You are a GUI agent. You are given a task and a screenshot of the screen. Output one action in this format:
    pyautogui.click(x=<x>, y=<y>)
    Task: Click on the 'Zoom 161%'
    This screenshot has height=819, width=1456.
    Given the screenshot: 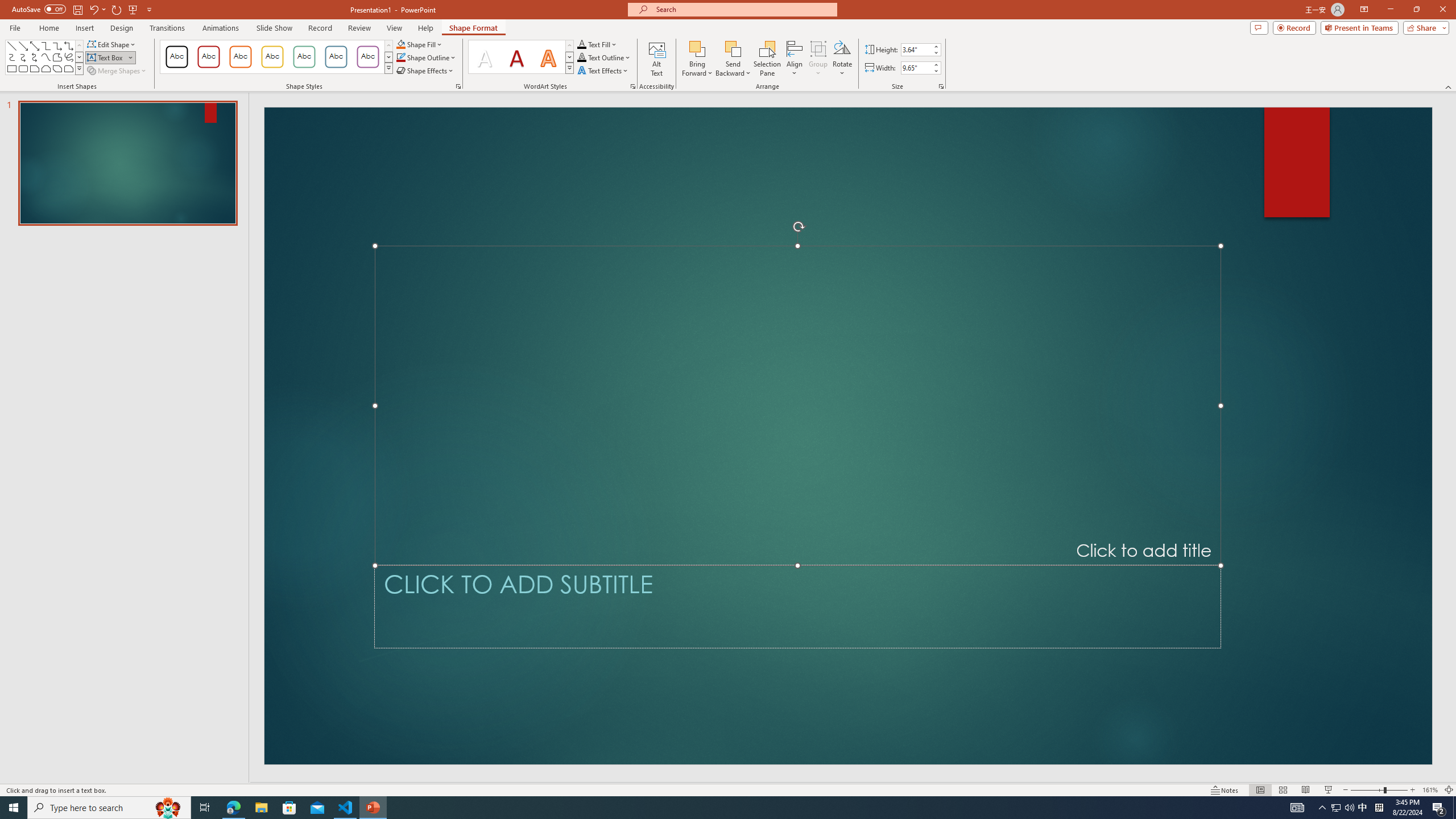 What is the action you would take?
    pyautogui.click(x=1430, y=790)
    